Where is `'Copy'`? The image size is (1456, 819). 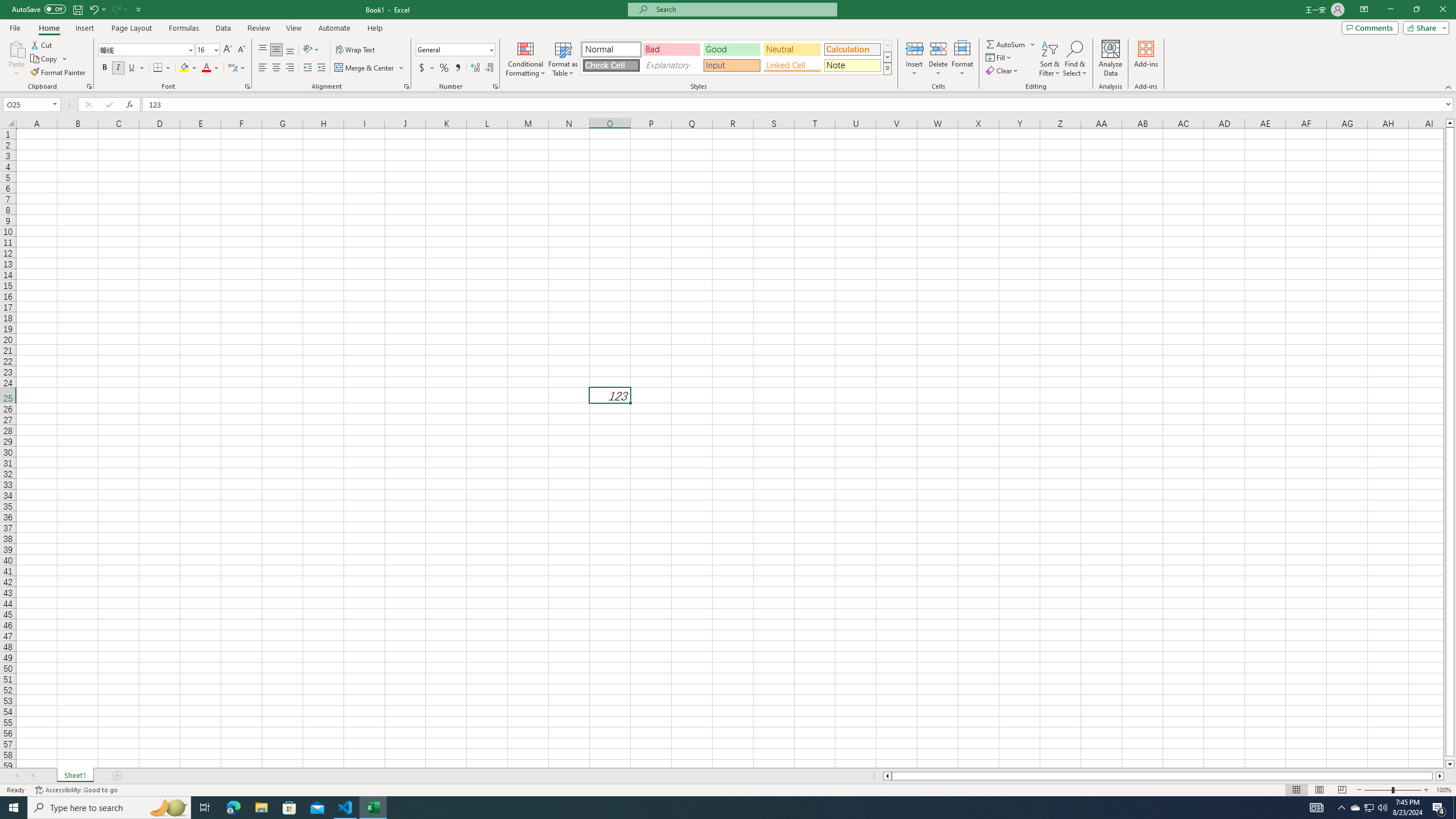
'Copy' is located at coordinates (49, 59).